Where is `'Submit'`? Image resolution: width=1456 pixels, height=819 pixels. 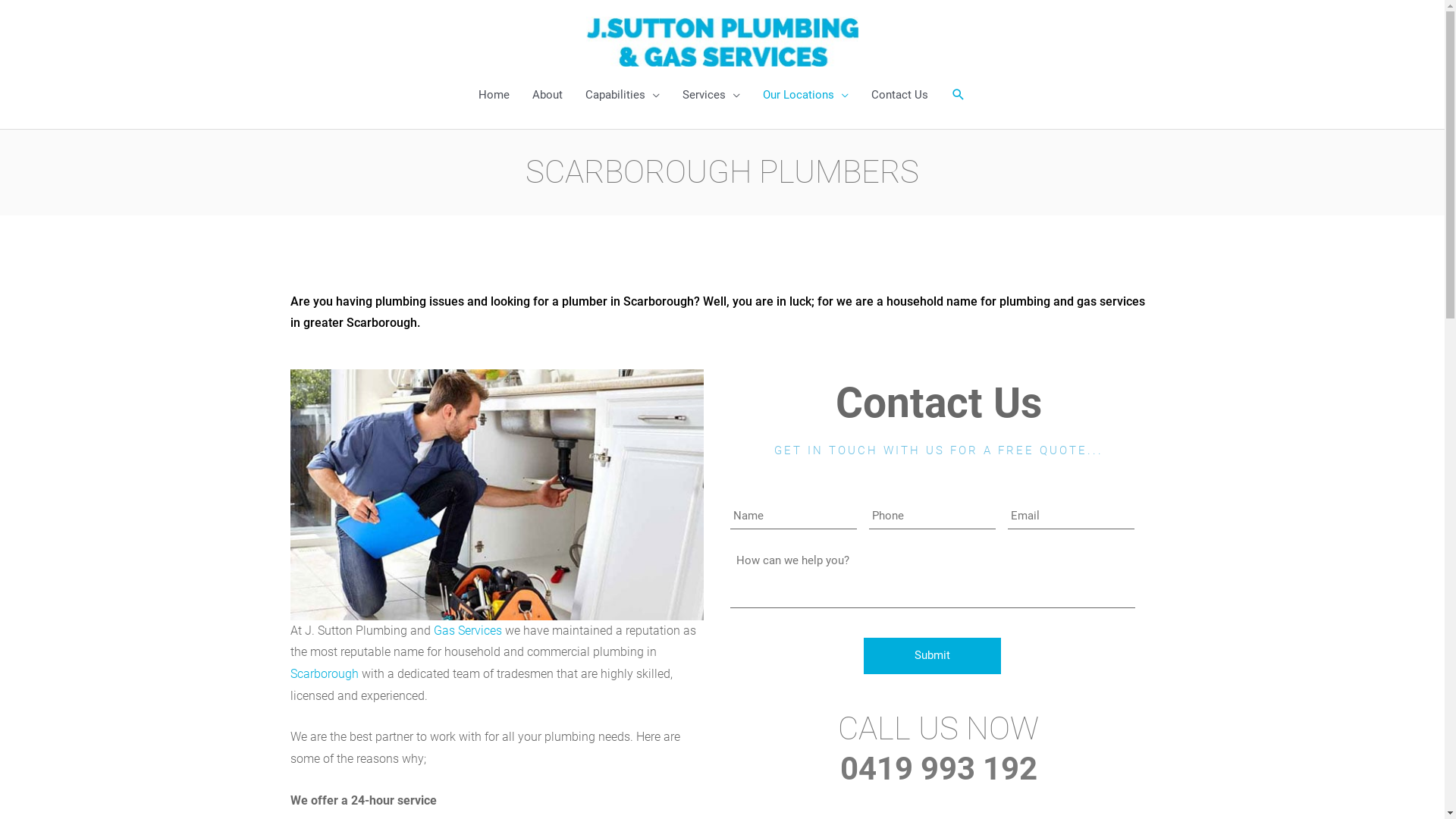 'Submit' is located at coordinates (931, 654).